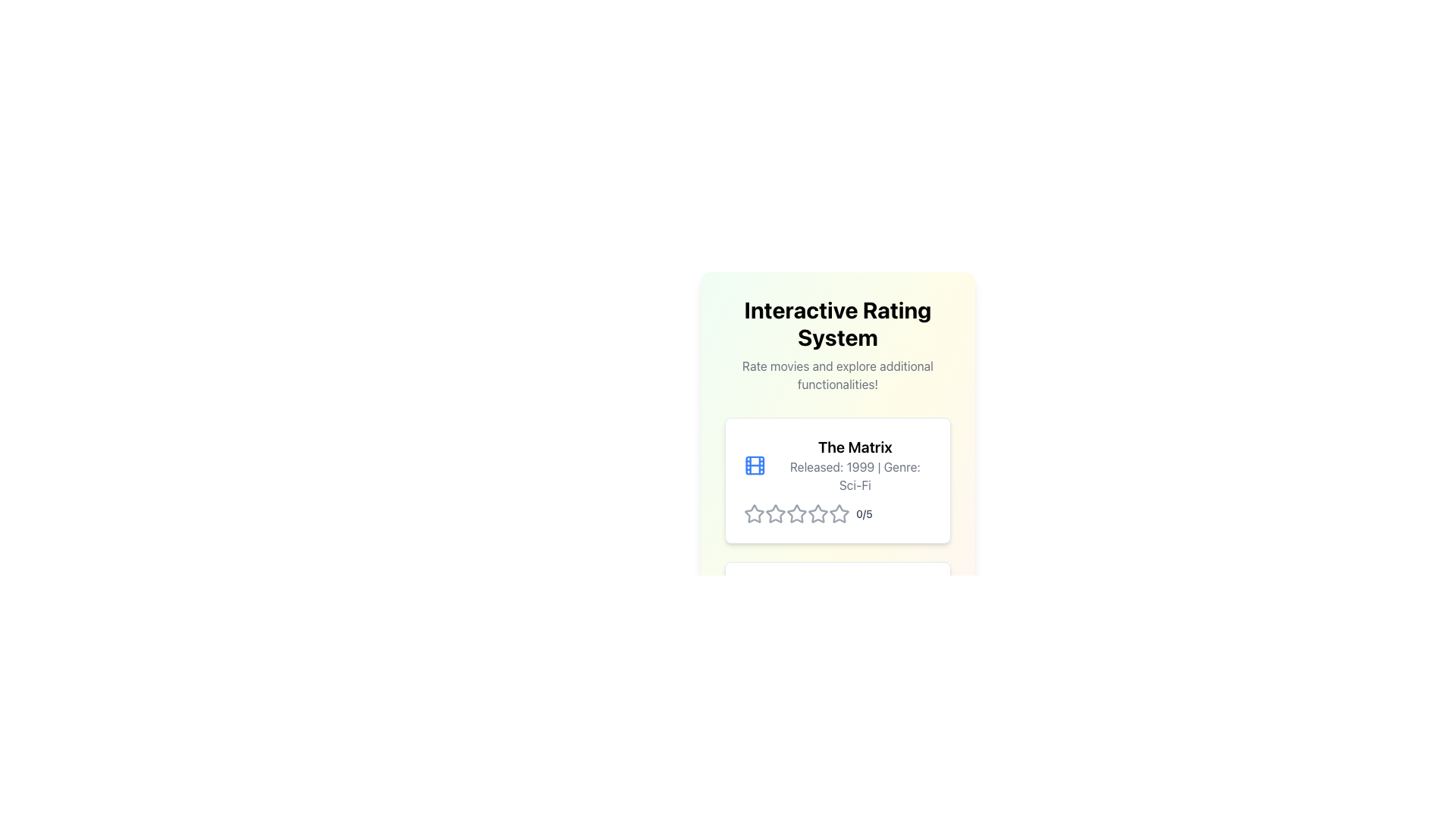  What do you see at coordinates (864, 513) in the screenshot?
I see `the text element that displays the current rating for a movie, which indicates no stars have been selected out of five, located at the far right of a row of five star icons in the rating section of a movie card` at bounding box center [864, 513].